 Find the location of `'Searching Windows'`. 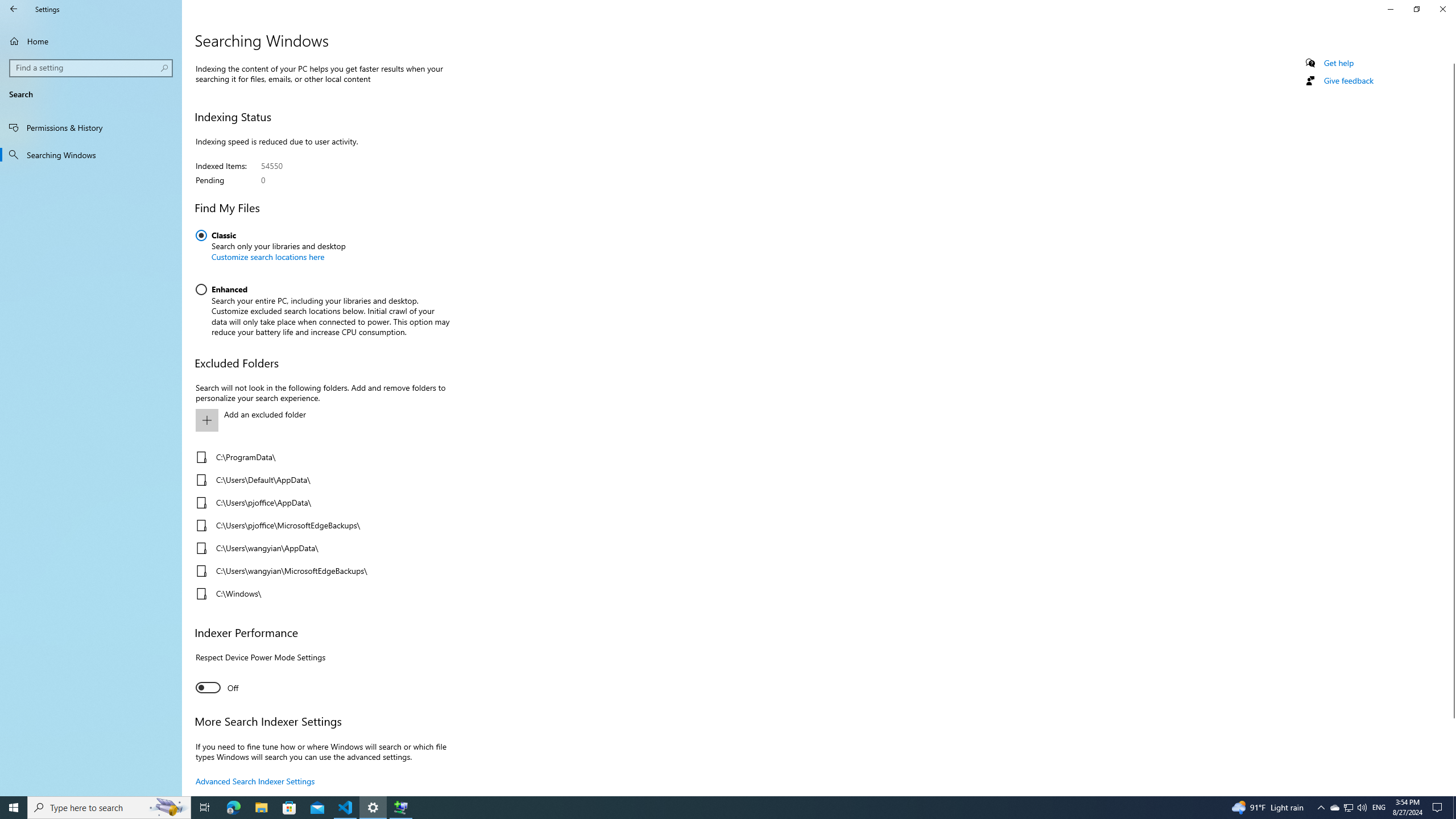

'Searching Windows' is located at coordinates (90, 154).